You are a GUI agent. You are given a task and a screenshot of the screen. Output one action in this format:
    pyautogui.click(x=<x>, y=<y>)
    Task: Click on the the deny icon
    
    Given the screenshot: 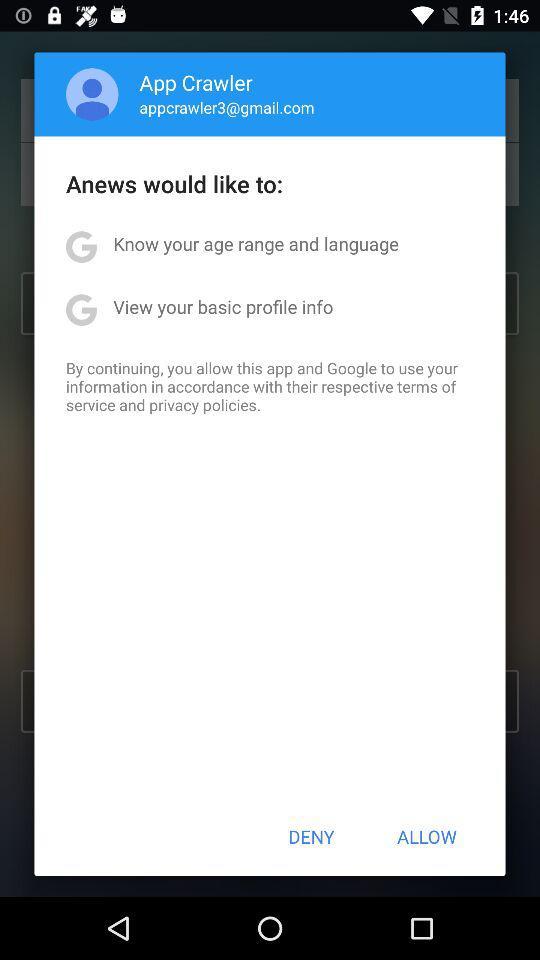 What is the action you would take?
    pyautogui.click(x=311, y=836)
    